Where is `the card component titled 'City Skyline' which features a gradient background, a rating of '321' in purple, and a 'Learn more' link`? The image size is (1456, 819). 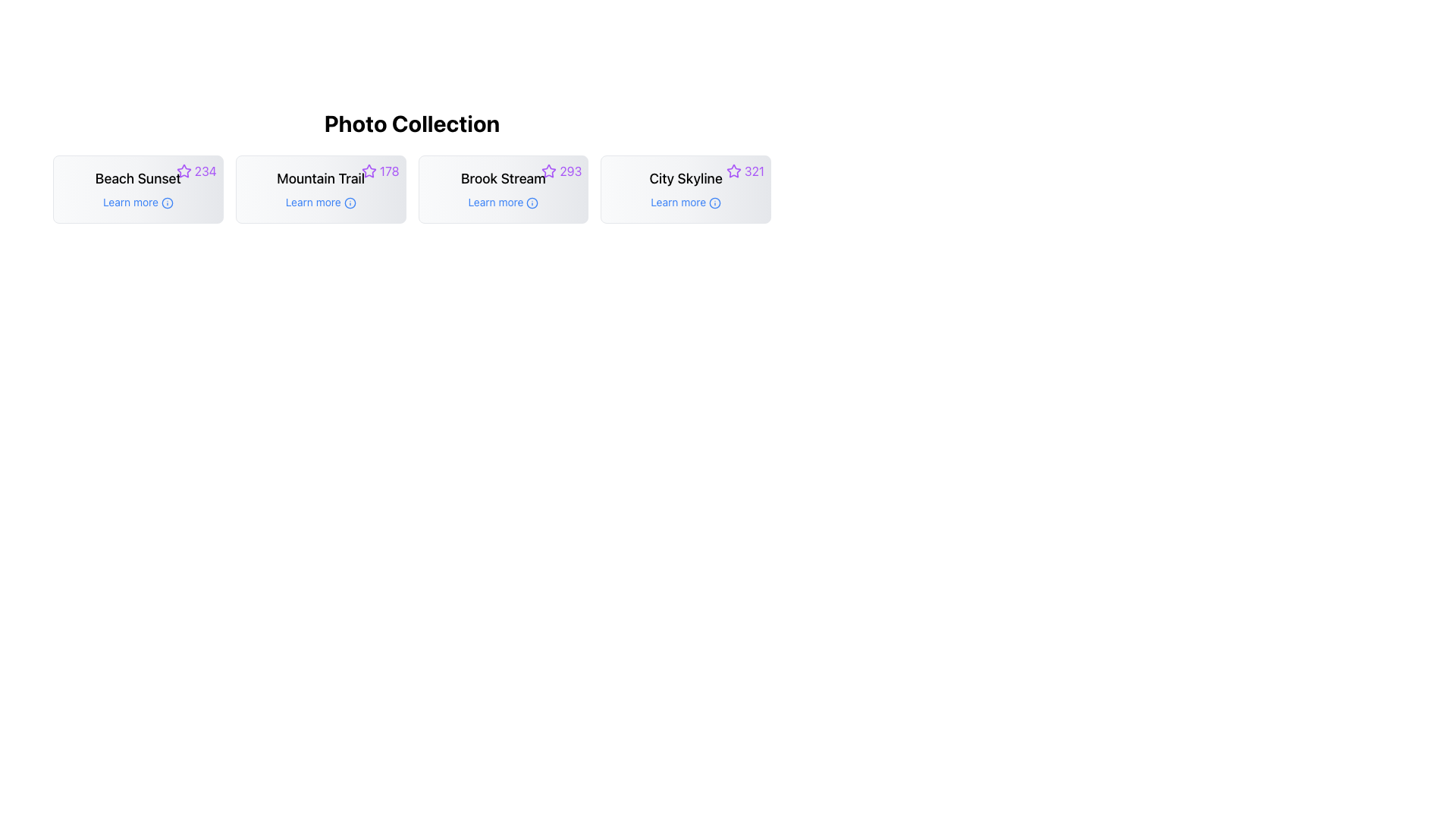 the card component titled 'City Skyline' which features a gradient background, a rating of '321' in purple, and a 'Learn more' link is located at coordinates (685, 189).